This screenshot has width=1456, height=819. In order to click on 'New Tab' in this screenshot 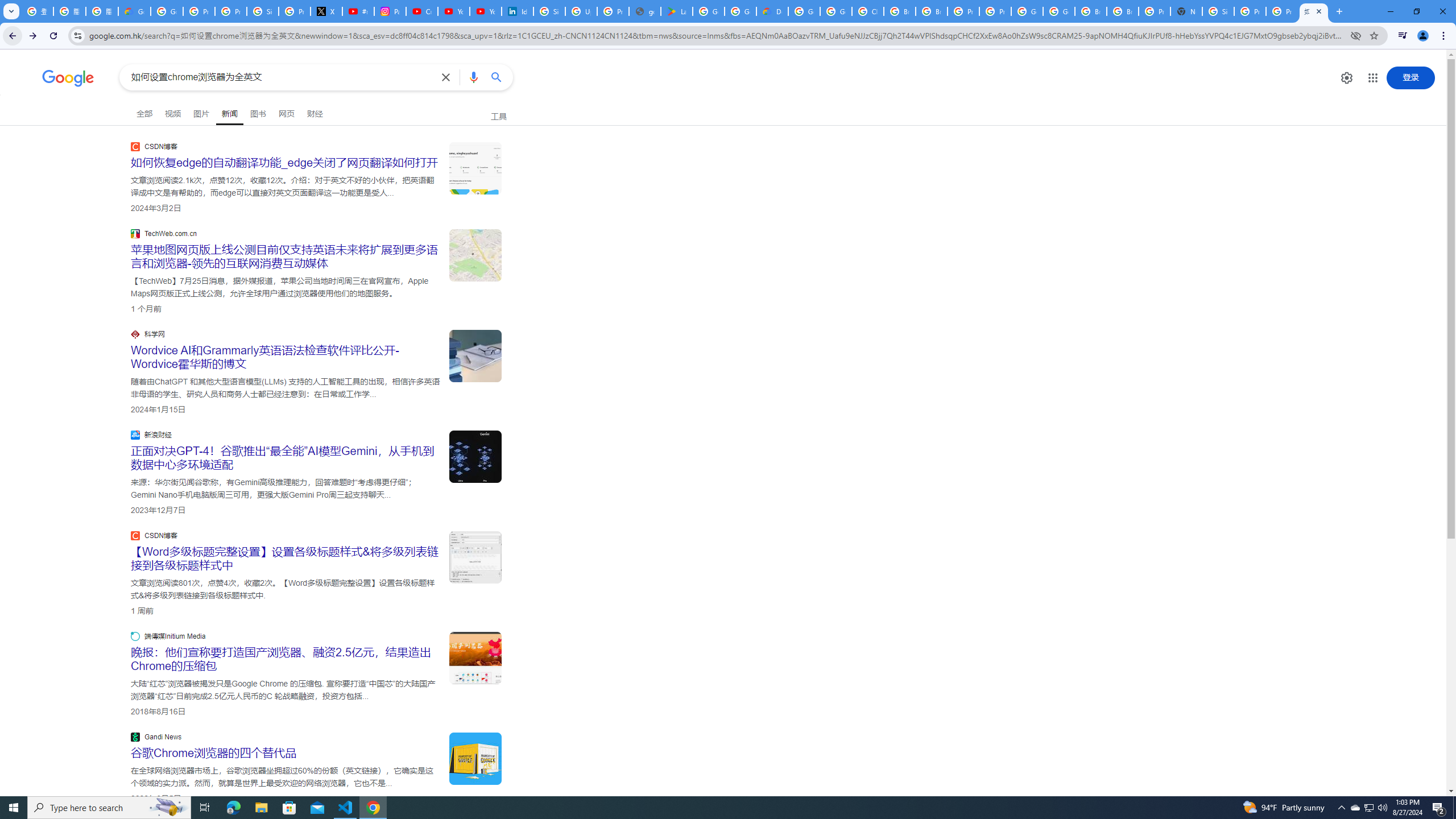, I will do `click(1185, 11)`.